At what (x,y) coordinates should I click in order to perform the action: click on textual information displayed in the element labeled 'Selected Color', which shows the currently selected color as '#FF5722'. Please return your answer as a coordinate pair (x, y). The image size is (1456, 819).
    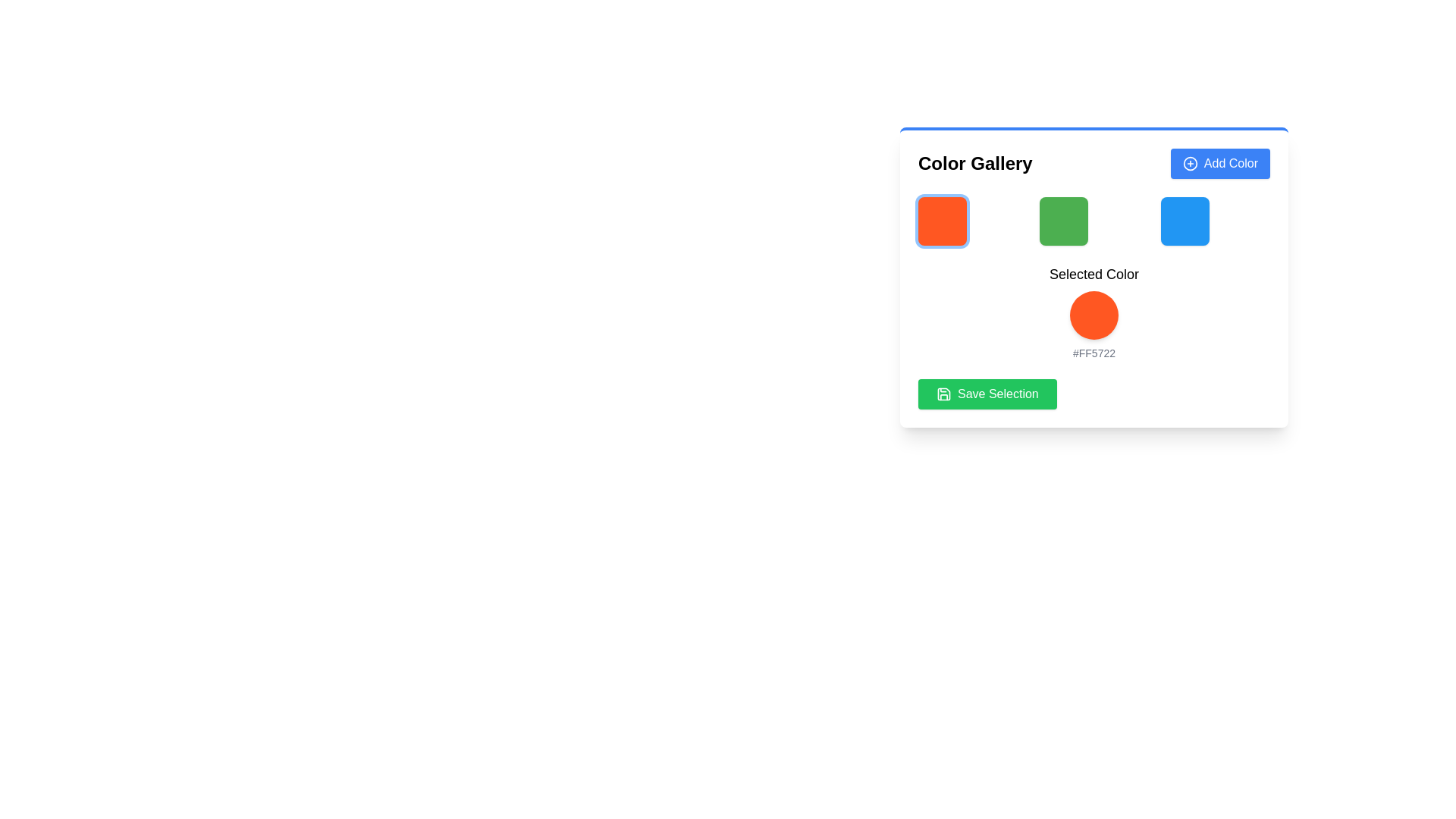
    Looking at the image, I should click on (1094, 278).